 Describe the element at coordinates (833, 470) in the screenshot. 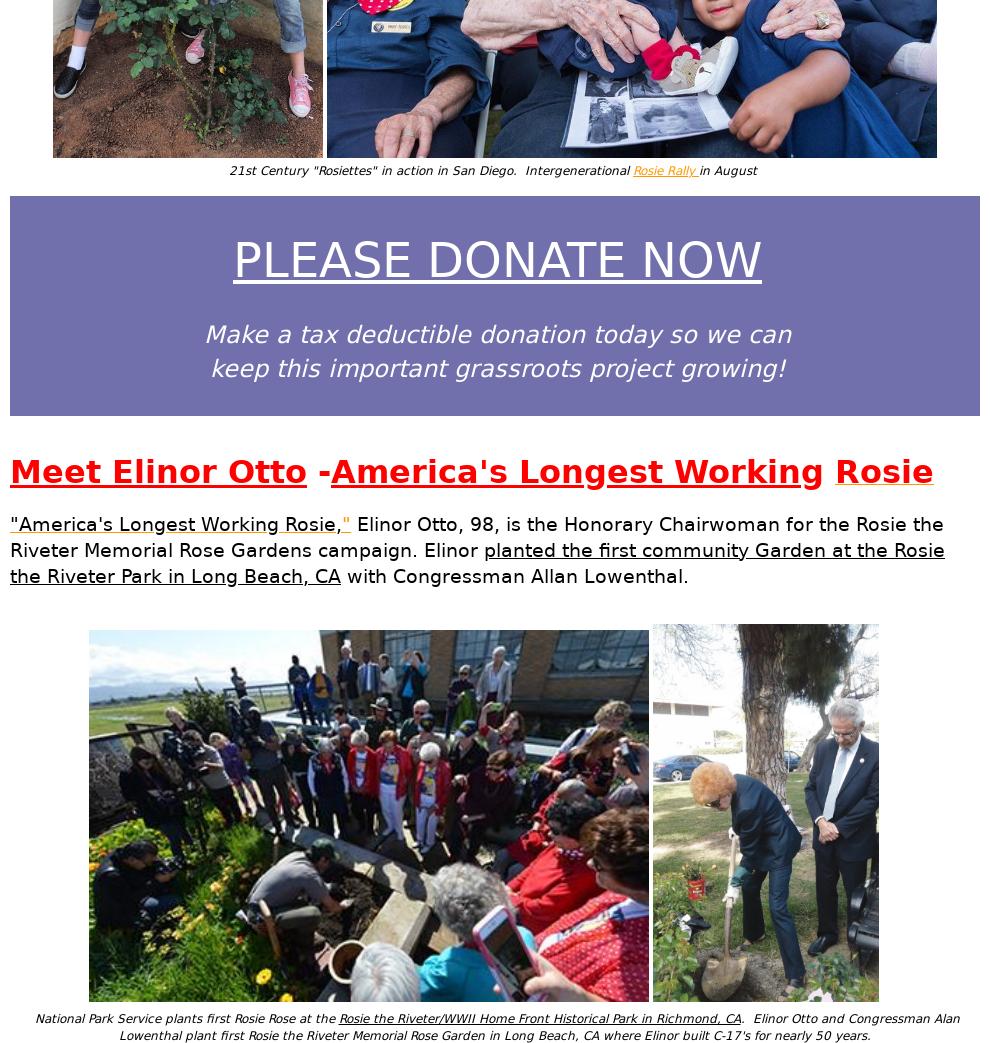

I see `'Rosie'` at that location.